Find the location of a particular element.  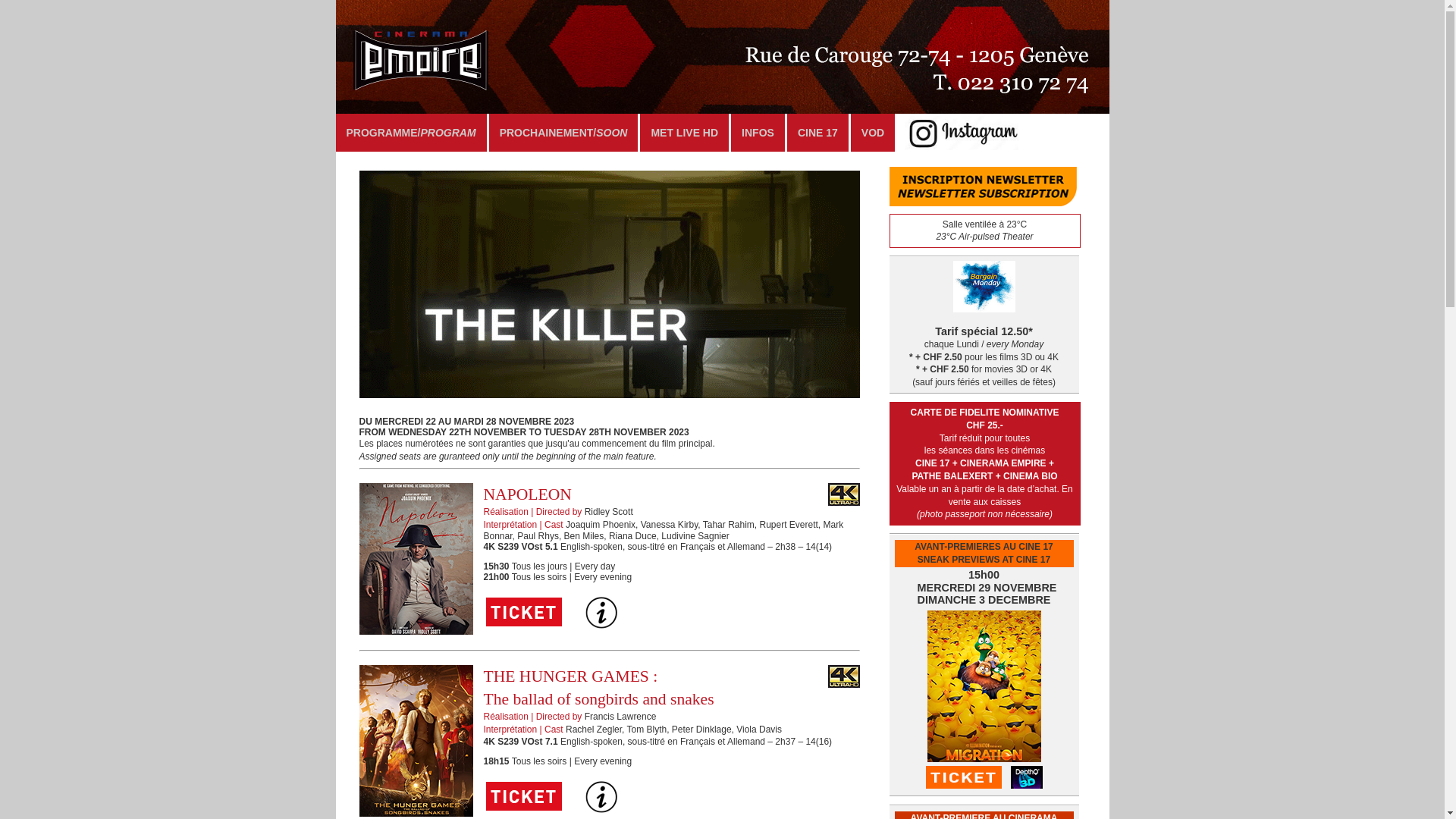

'CINE 17' is located at coordinates (817, 131).